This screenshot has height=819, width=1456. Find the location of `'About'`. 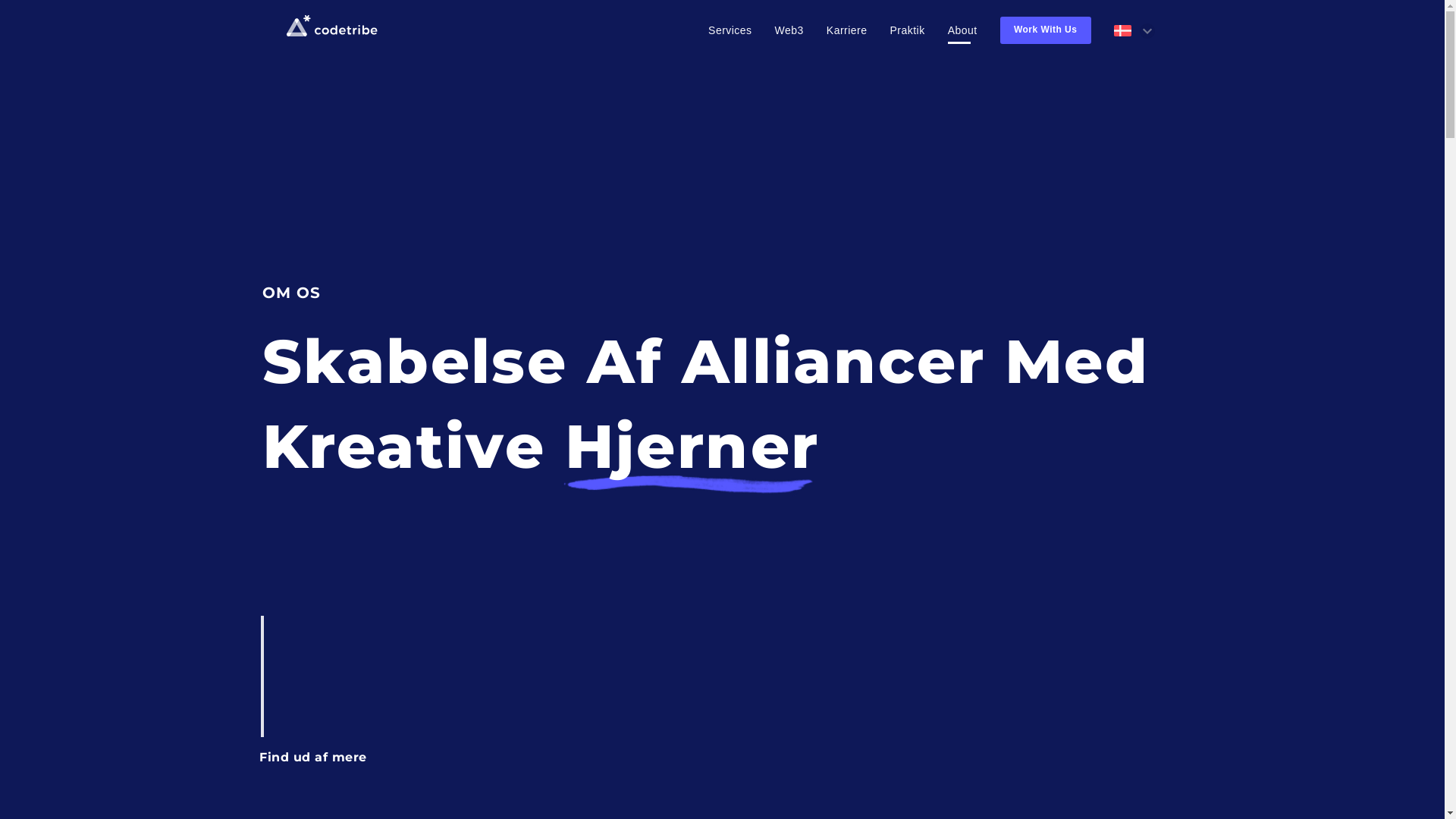

'About' is located at coordinates (962, 30).